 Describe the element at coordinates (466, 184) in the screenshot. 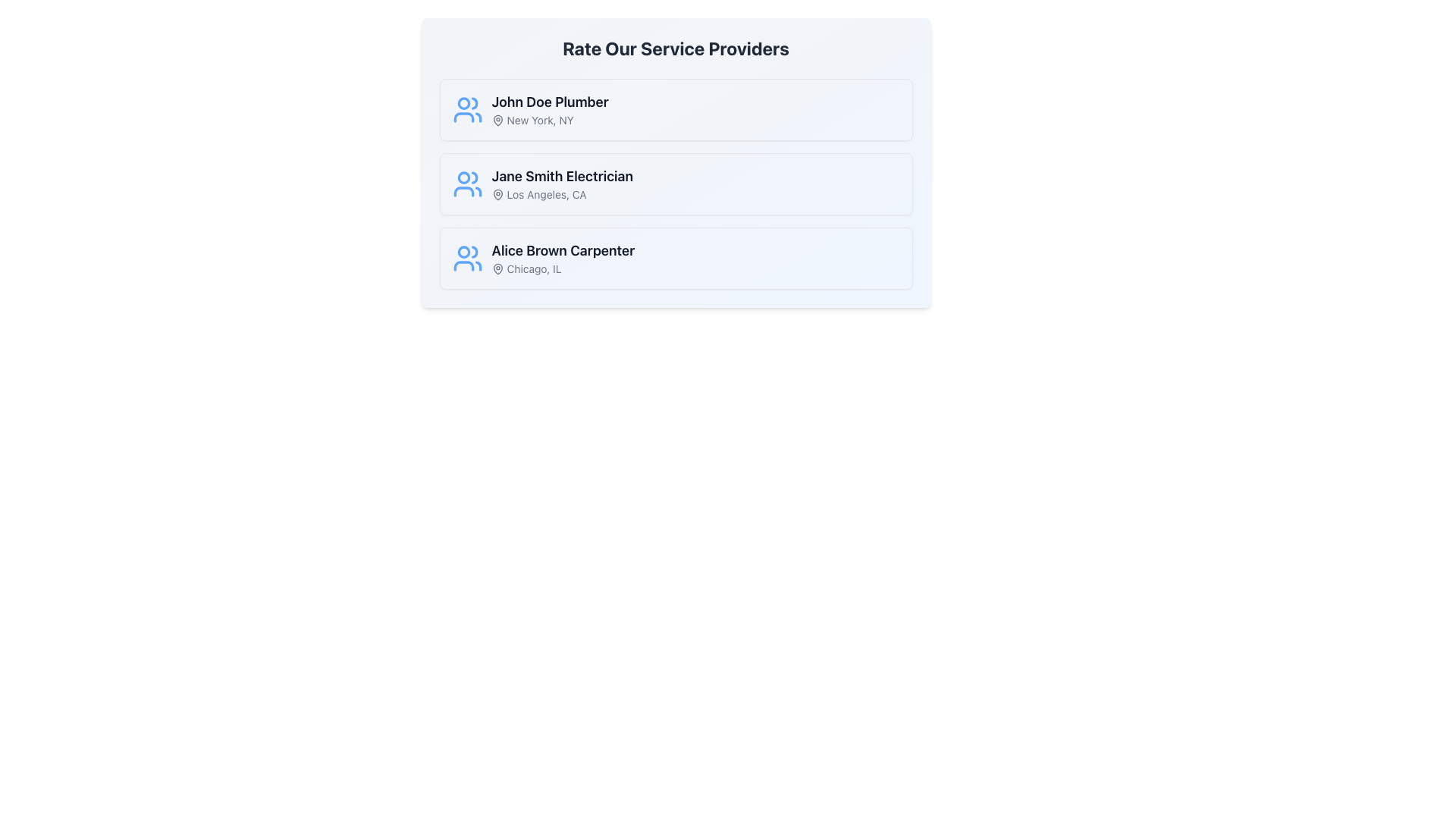

I see `the icon representing the service provider 'Jane Smith Electrician', which is located on the left side of the entry in a list of service providers` at that location.